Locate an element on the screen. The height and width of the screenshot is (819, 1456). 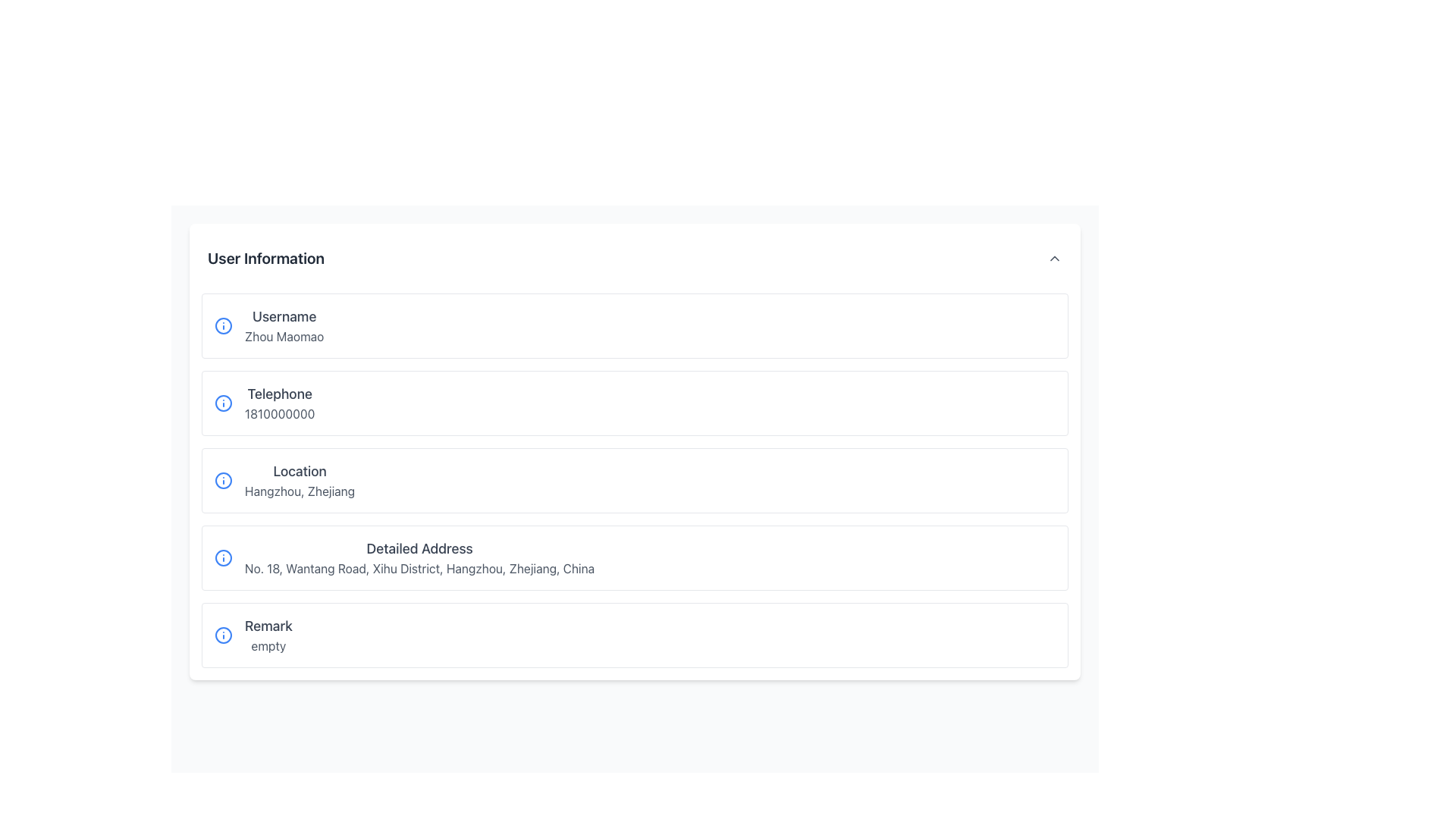
the informational icon located to the left of the 'Detailed Address' section, which provides additional information or help is located at coordinates (222, 558).